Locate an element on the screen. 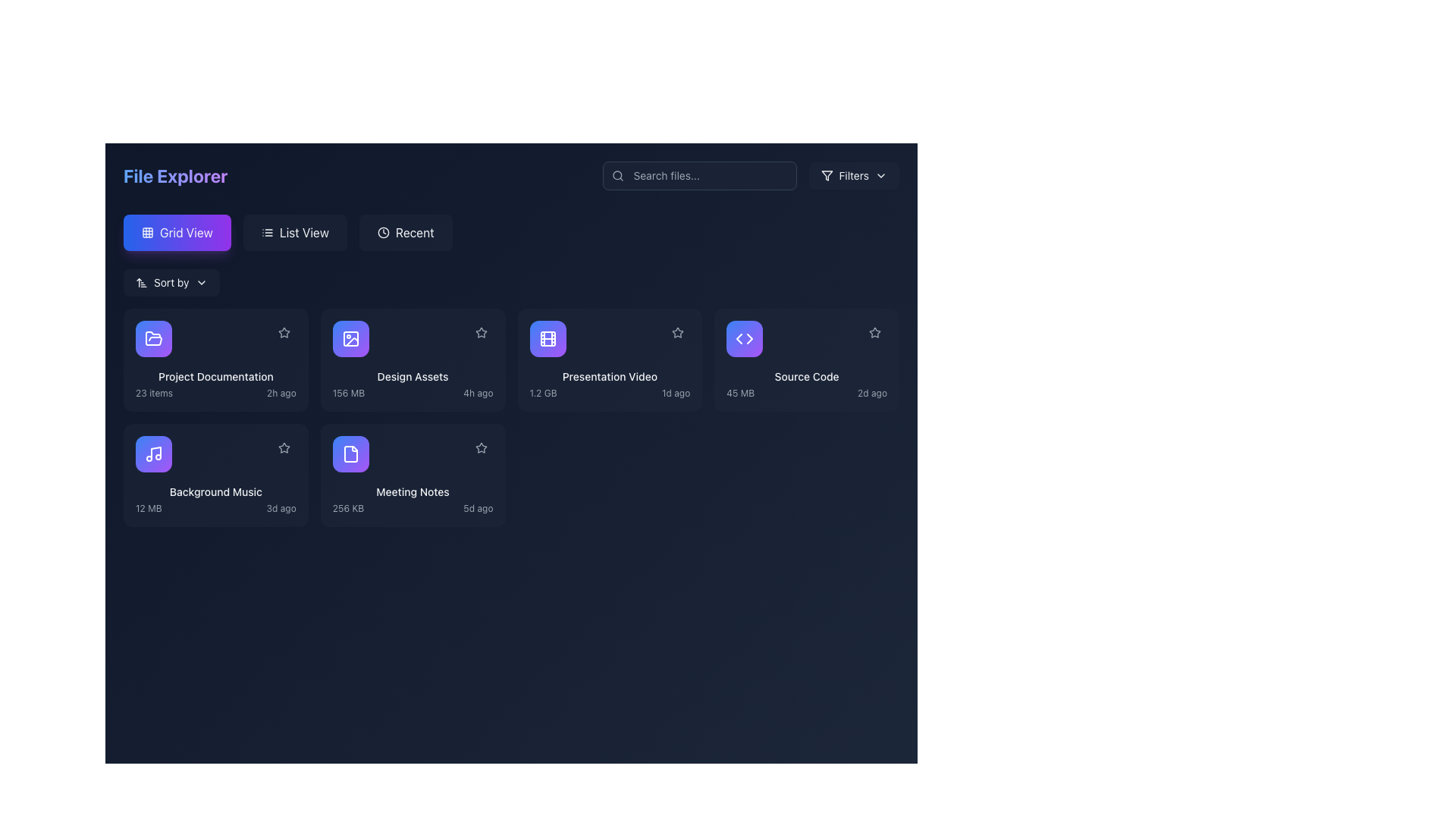 The height and width of the screenshot is (819, 1456). the favorite icon in the top-right corner of the 'Background Music' card is located at coordinates (284, 447).